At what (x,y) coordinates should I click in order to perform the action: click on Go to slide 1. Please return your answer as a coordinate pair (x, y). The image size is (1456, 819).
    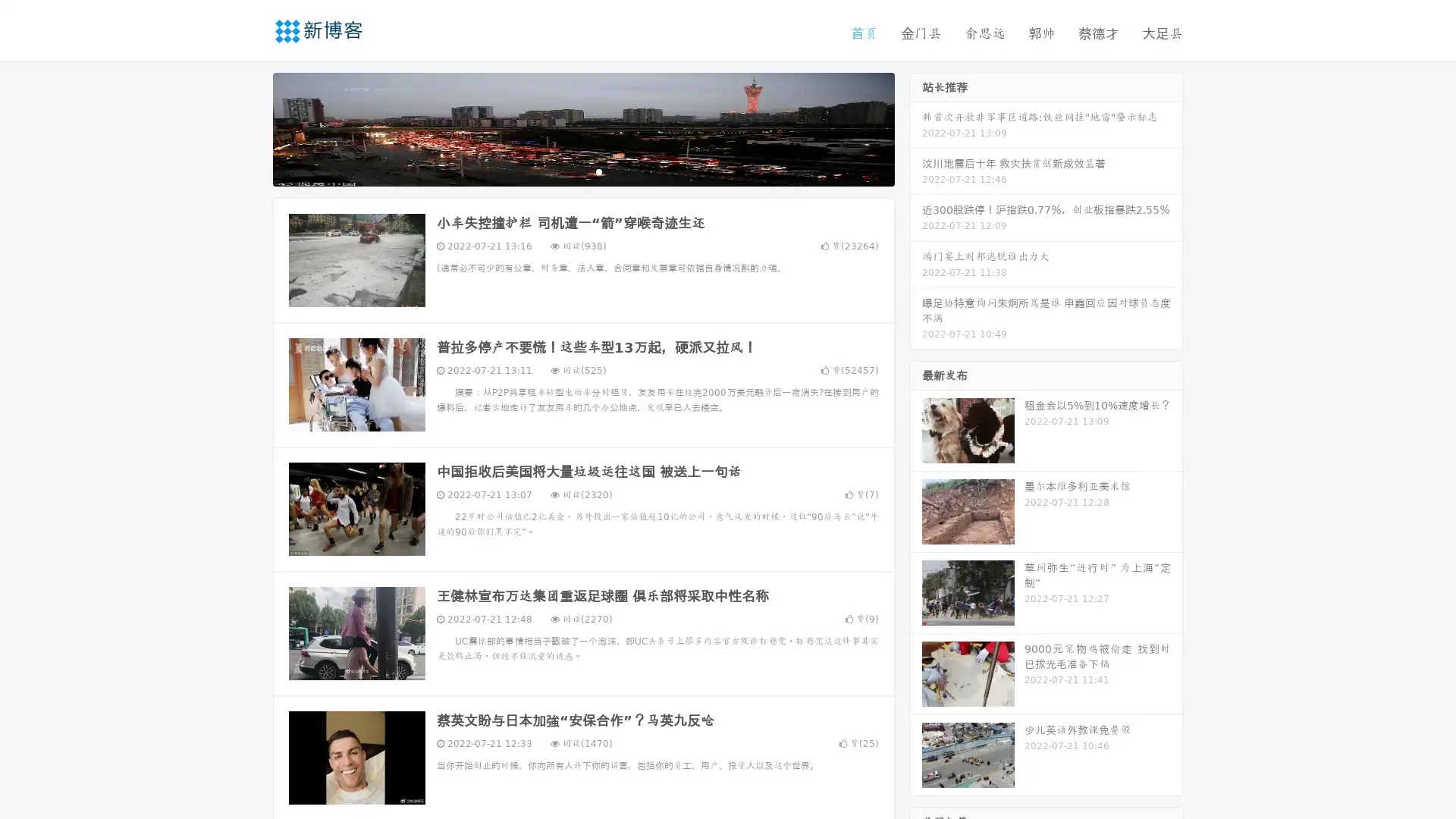
    Looking at the image, I should click on (567, 171).